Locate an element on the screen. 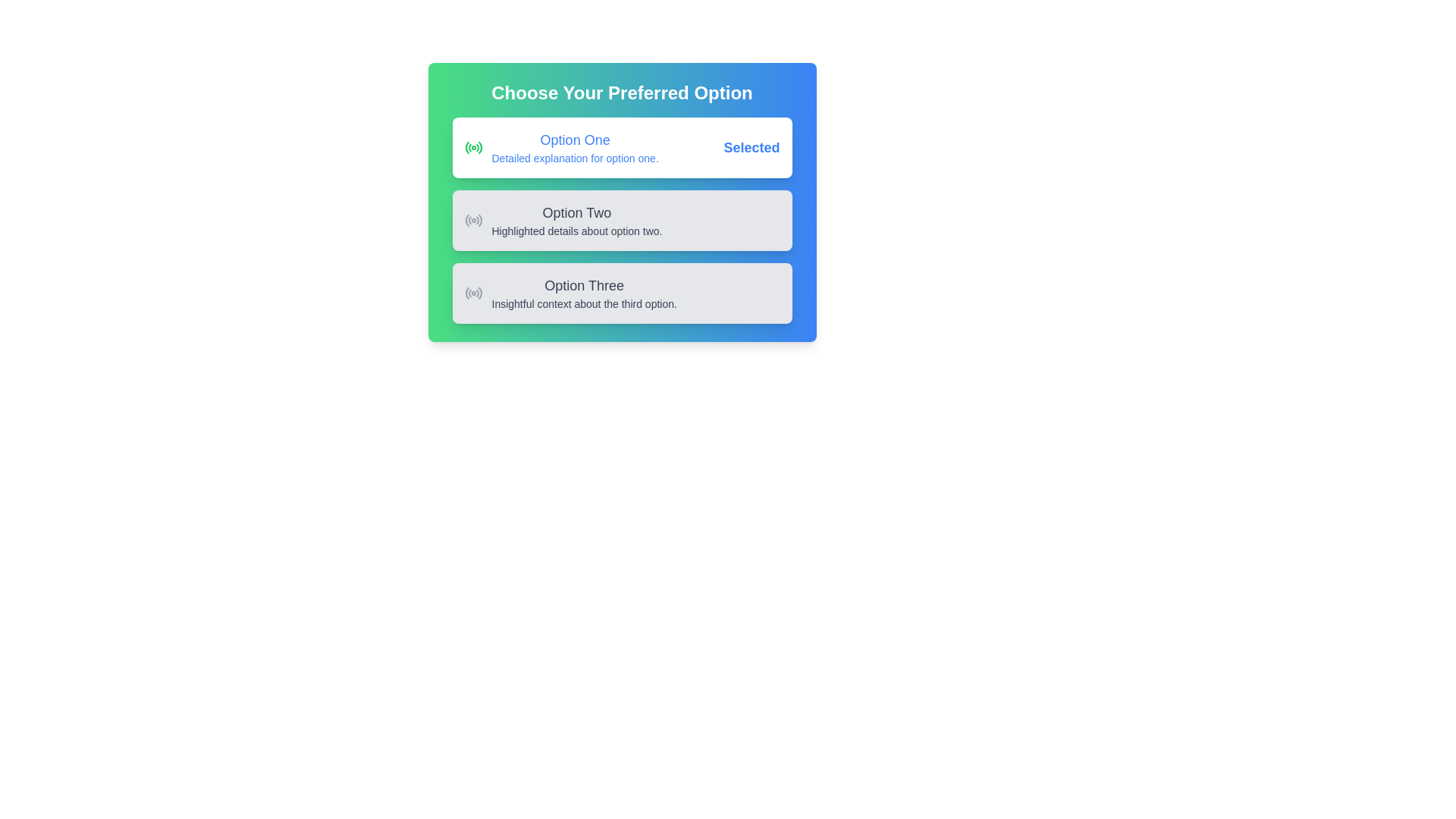 This screenshot has height=819, width=1456. the text label providing supplementary details about the 'Option Two' option, located directly underneath the 'Option Two' title is located at coordinates (576, 231).